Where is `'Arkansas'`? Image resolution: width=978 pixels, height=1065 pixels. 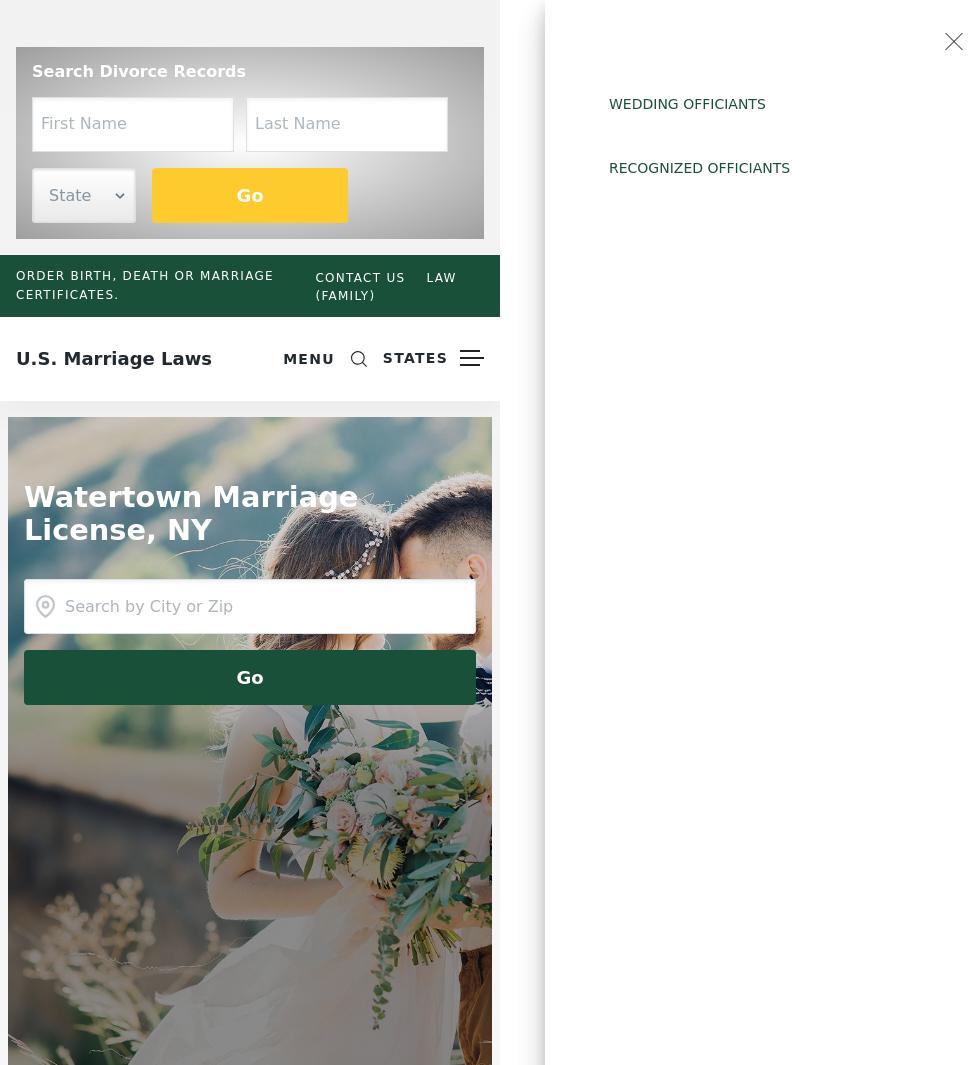 'Arkansas' is located at coordinates (609, 183).